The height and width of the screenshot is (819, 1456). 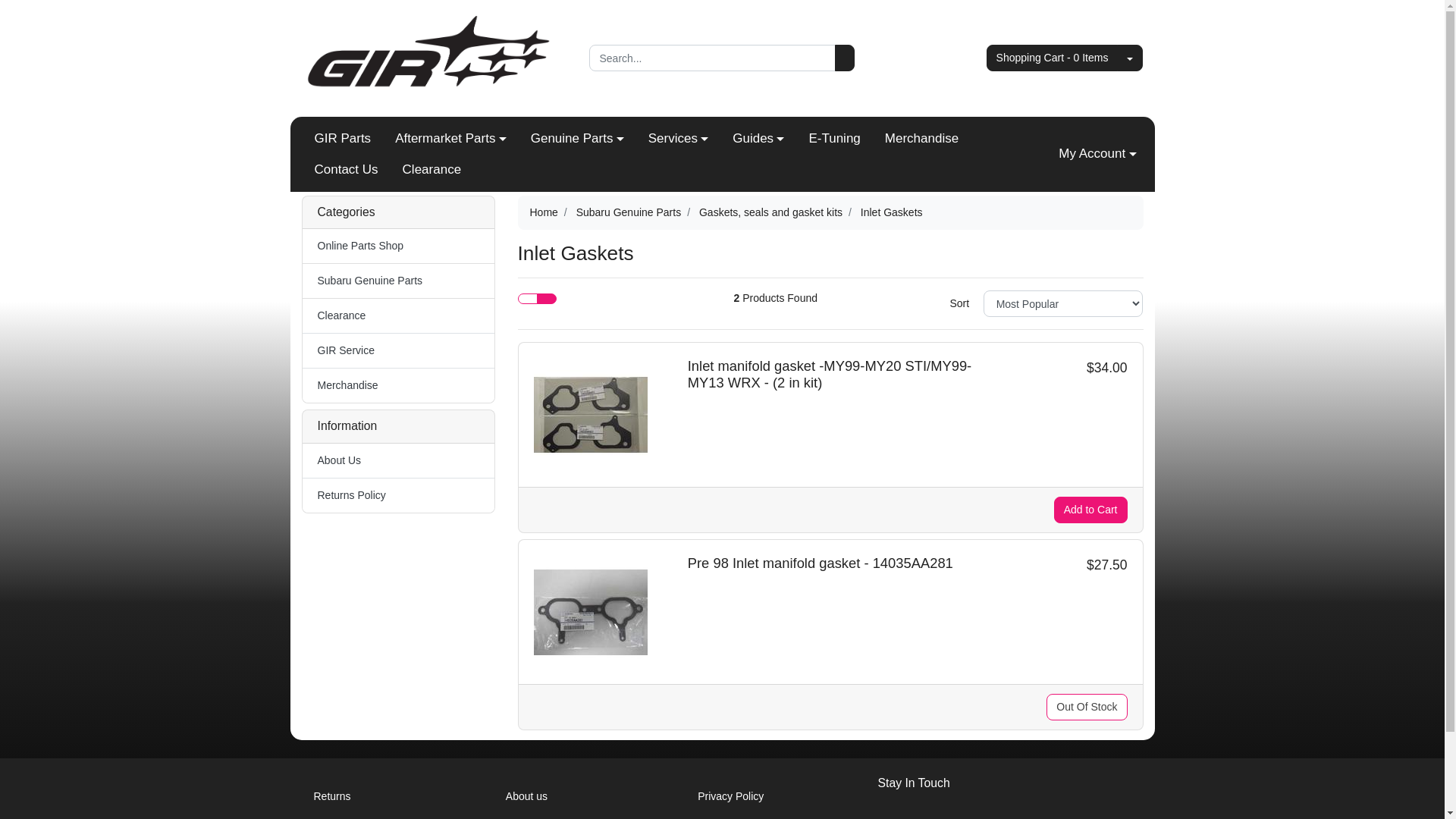 What do you see at coordinates (345, 169) in the screenshot?
I see `'Contact Us'` at bounding box center [345, 169].